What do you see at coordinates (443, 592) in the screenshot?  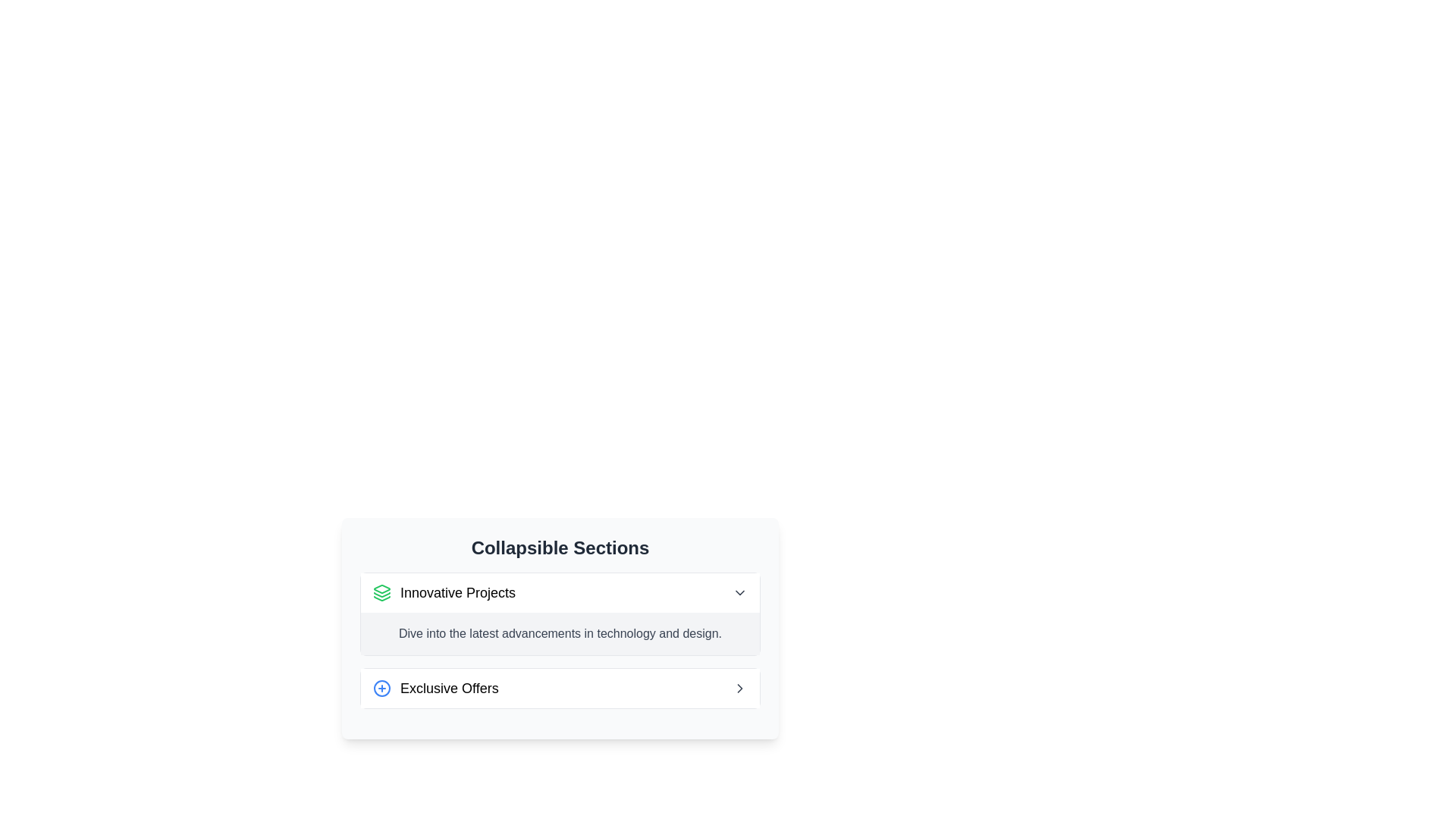 I see `the title text for the subsection 'Innovative Projects'` at bounding box center [443, 592].